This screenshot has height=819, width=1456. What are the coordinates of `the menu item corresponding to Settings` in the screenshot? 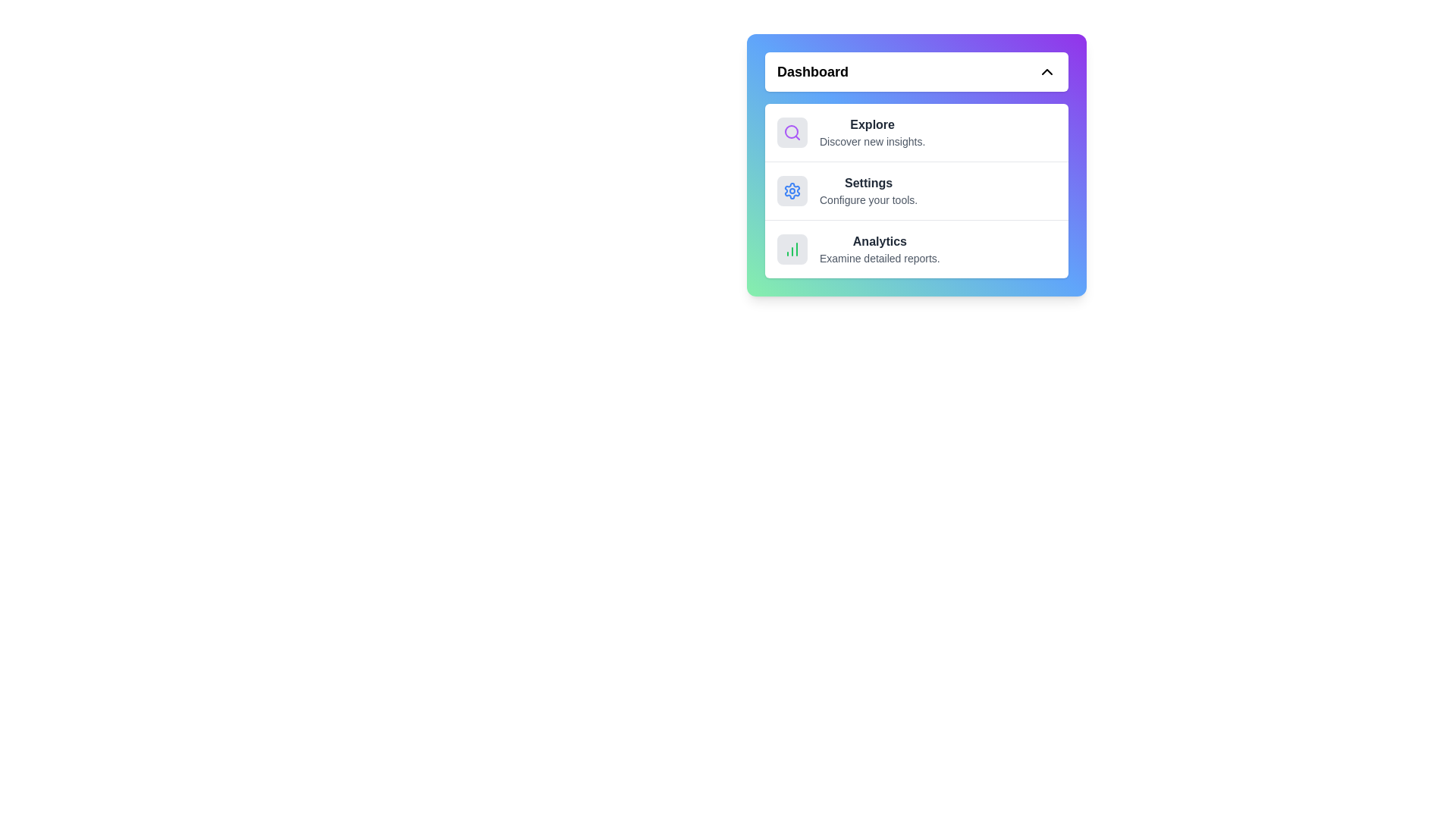 It's located at (916, 190).